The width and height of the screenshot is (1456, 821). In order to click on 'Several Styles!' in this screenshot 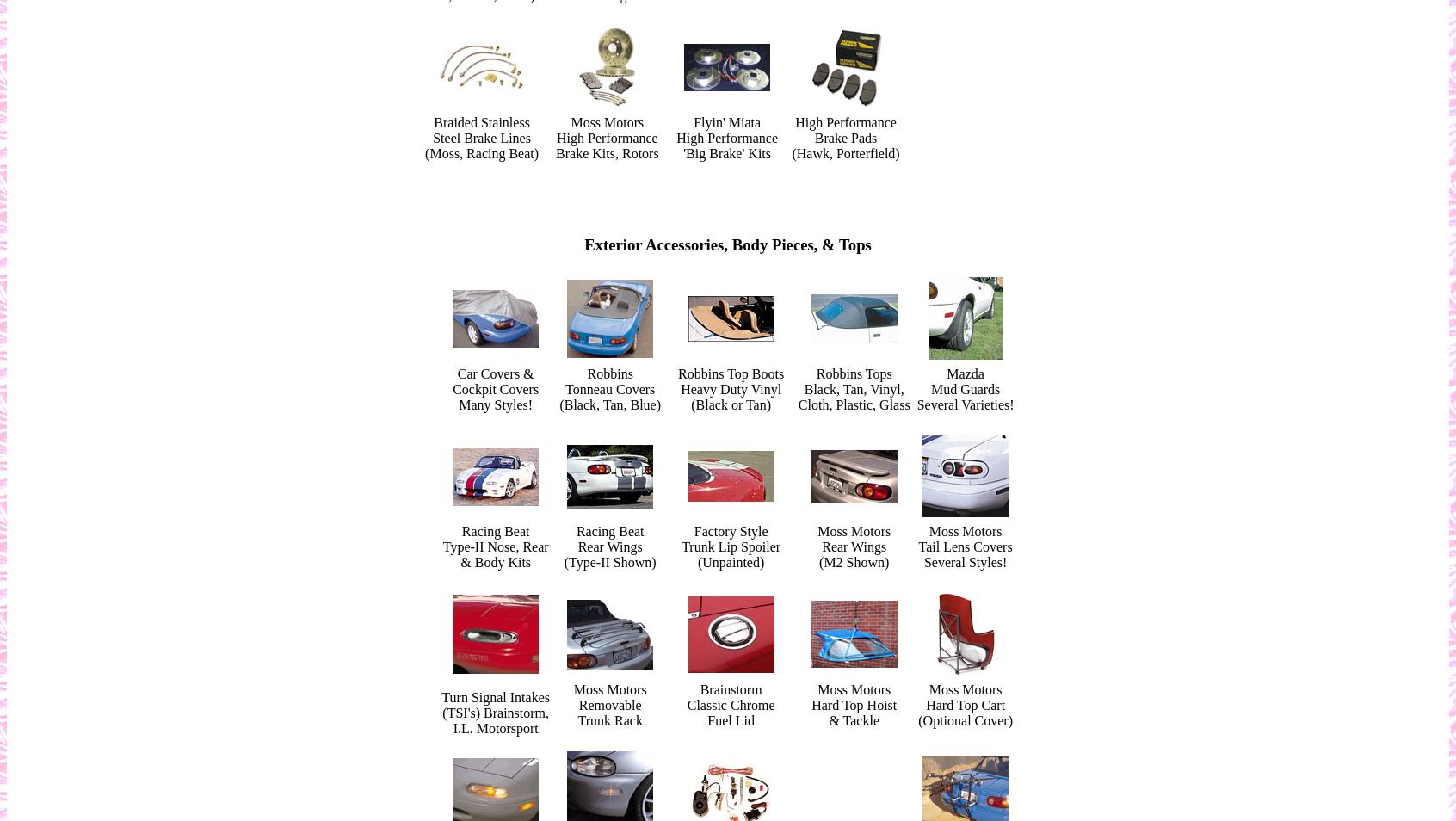, I will do `click(965, 561)`.